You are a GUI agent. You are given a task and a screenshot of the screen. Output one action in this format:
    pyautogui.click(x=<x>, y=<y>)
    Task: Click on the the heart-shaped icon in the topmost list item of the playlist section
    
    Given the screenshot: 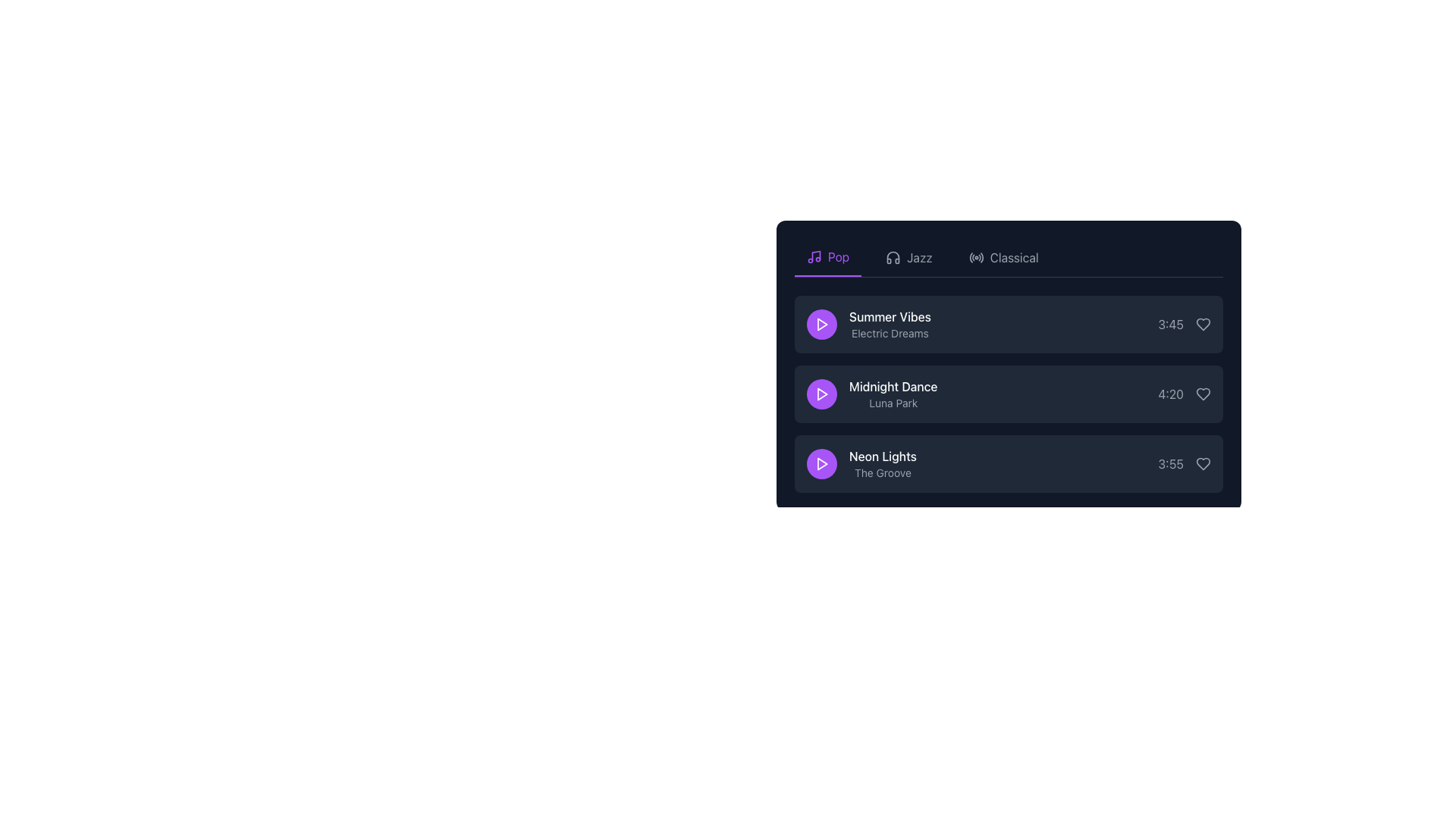 What is the action you would take?
    pyautogui.click(x=1203, y=324)
    